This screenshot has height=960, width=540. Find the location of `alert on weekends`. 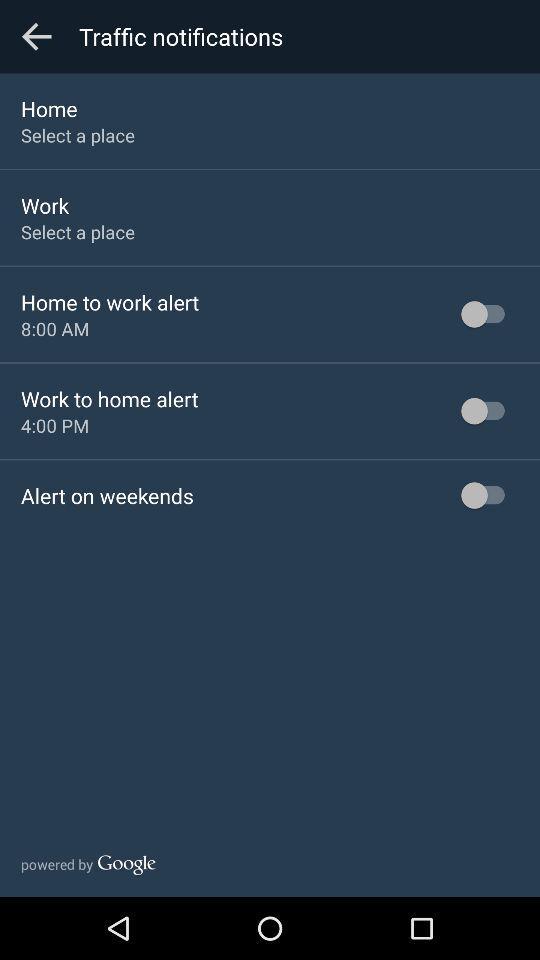

alert on weekends is located at coordinates (107, 494).